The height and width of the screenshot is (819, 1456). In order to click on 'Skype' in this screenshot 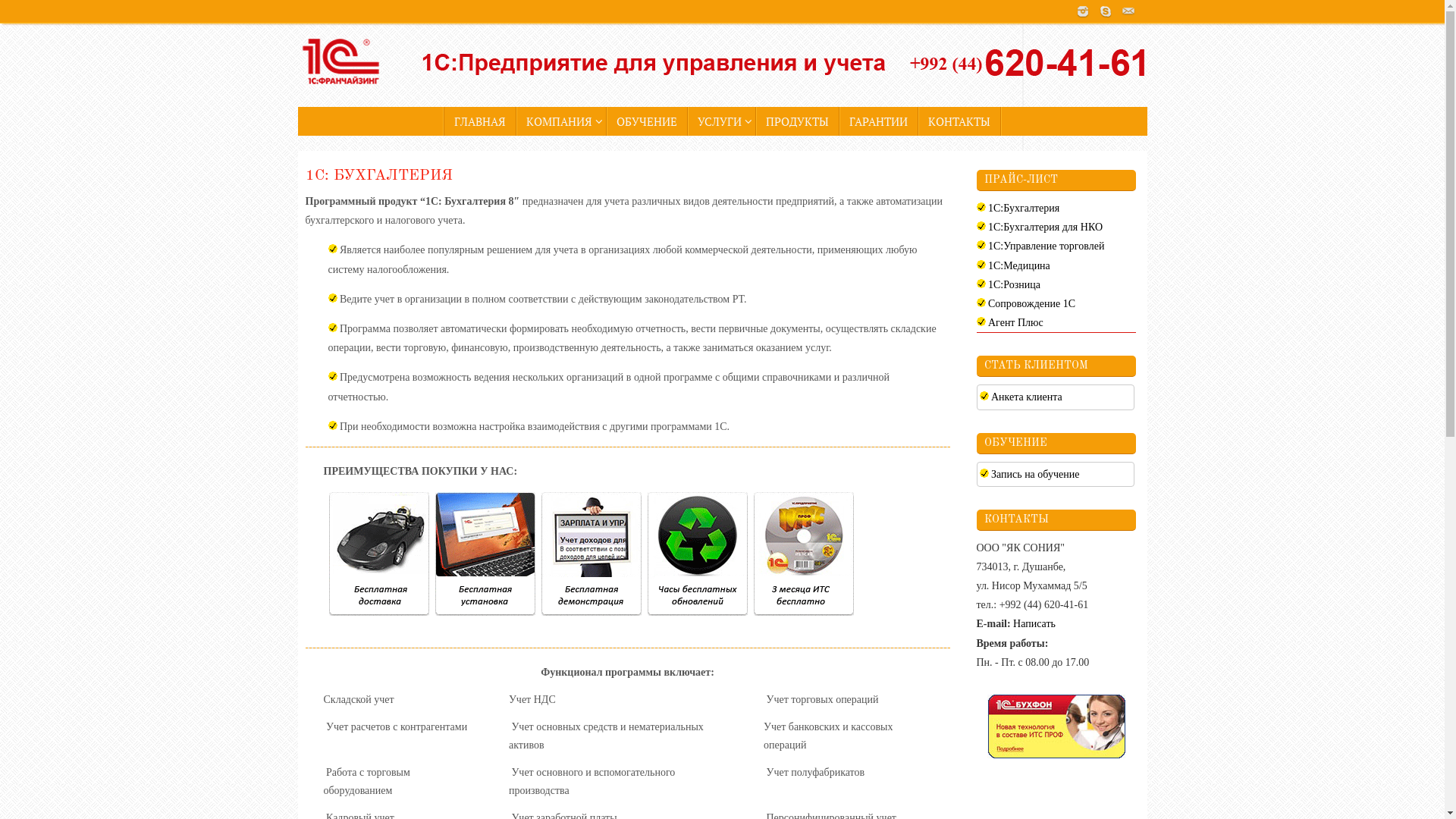, I will do `click(1105, 11)`.